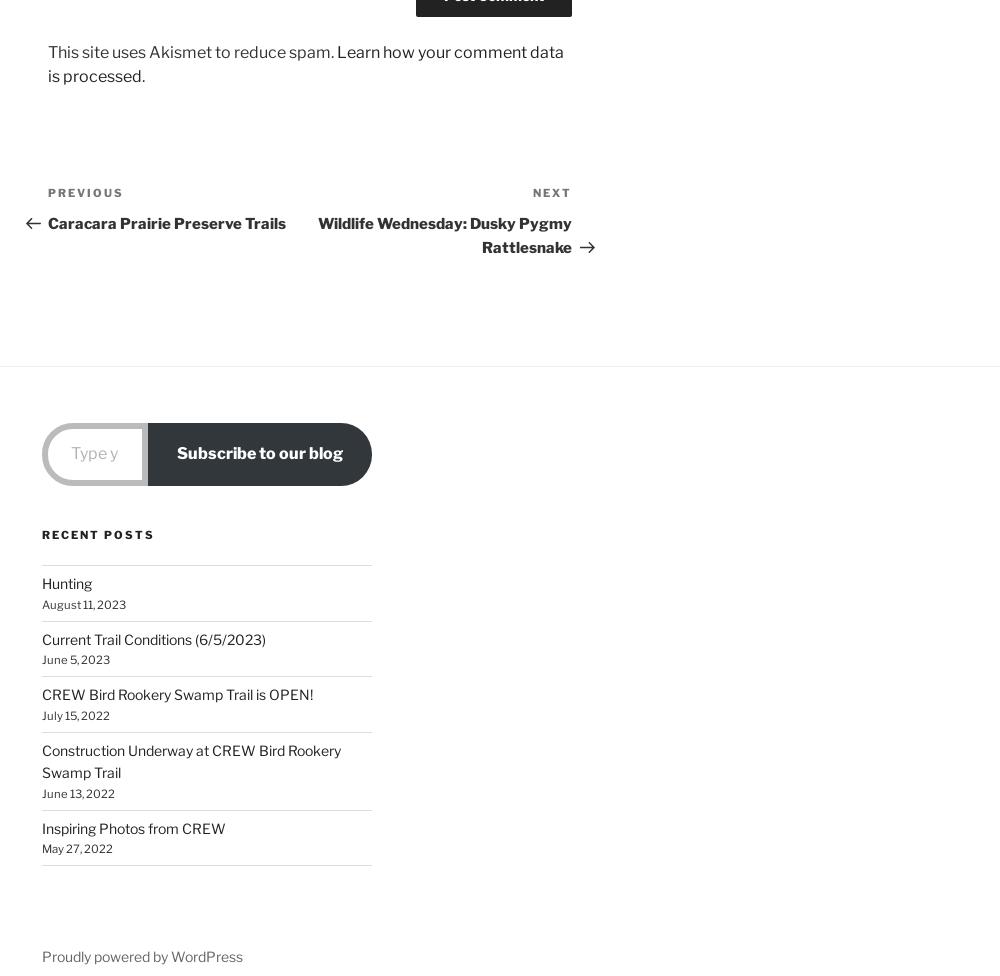  What do you see at coordinates (134, 827) in the screenshot?
I see `'Inspiring Photos from CREW'` at bounding box center [134, 827].